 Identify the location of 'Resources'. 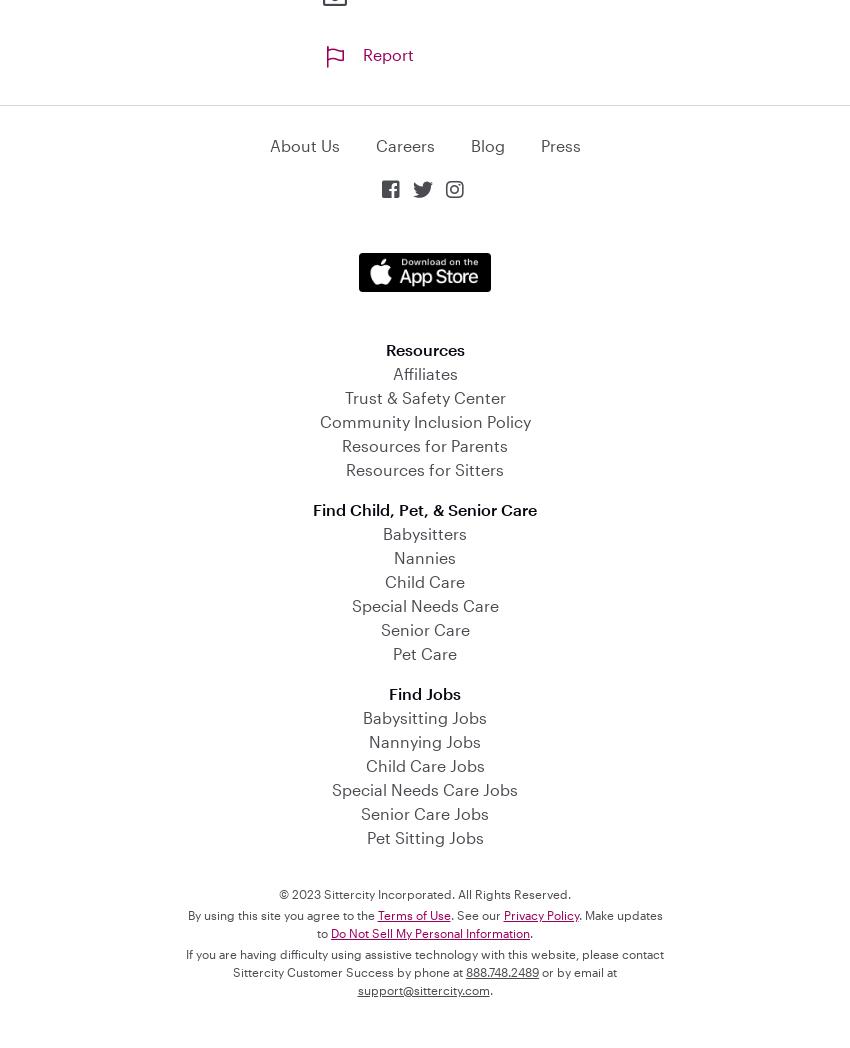
(424, 348).